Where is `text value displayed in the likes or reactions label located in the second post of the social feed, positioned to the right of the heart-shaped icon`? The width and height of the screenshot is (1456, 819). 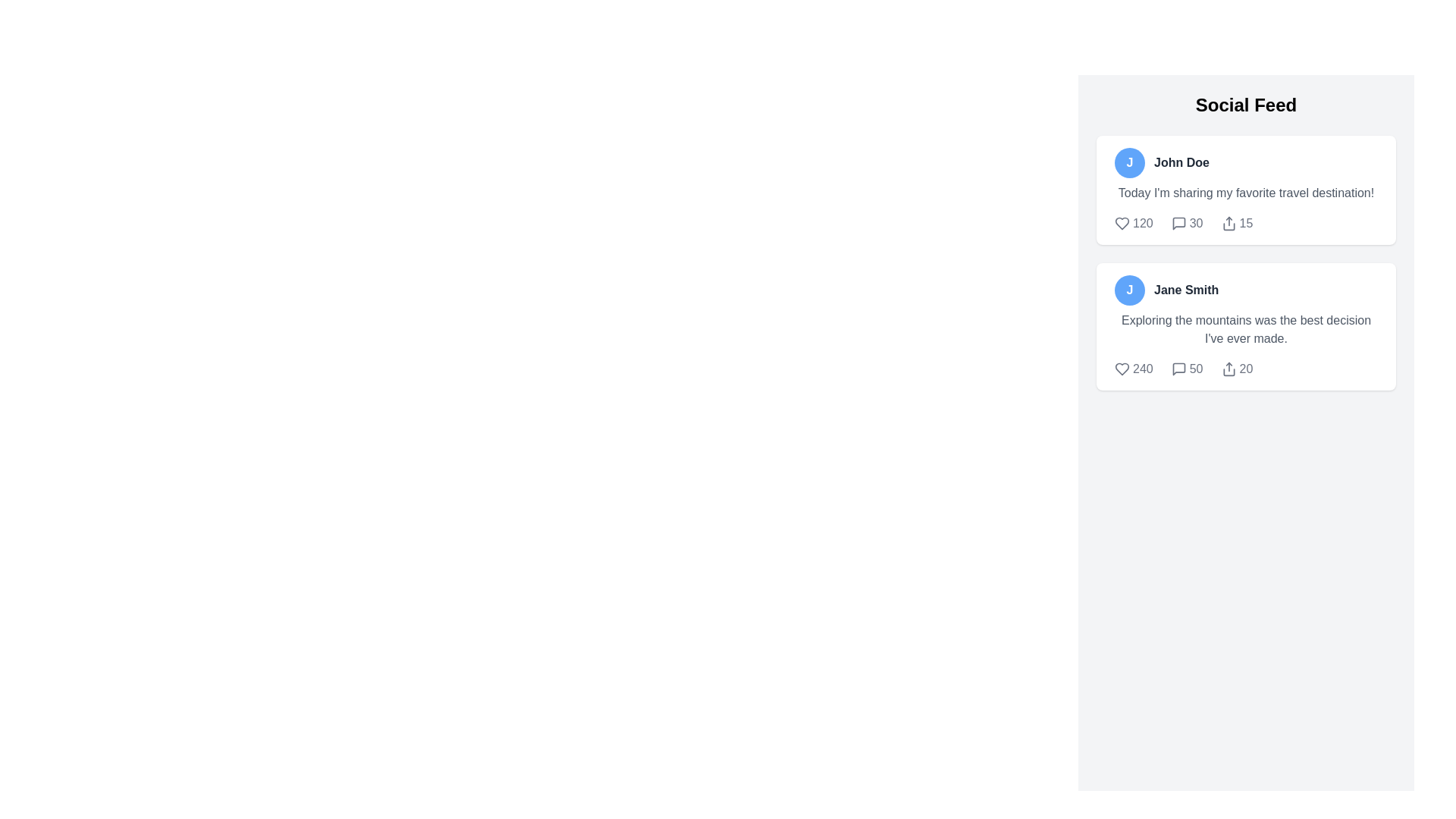 text value displayed in the likes or reactions label located in the second post of the social feed, positioned to the right of the heart-shaped icon is located at coordinates (1143, 369).